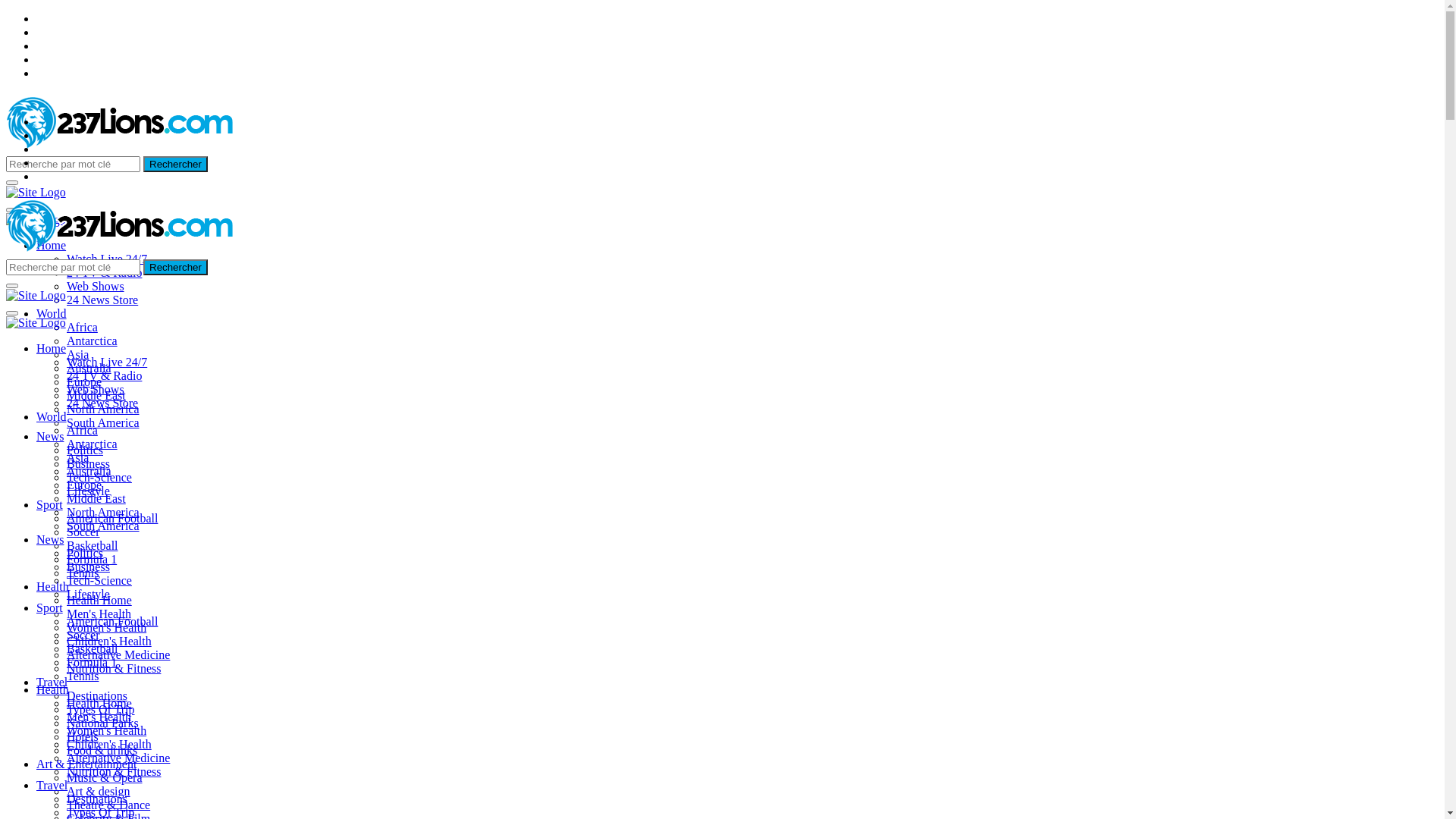  Describe the element at coordinates (51, 416) in the screenshot. I see `'World'` at that location.